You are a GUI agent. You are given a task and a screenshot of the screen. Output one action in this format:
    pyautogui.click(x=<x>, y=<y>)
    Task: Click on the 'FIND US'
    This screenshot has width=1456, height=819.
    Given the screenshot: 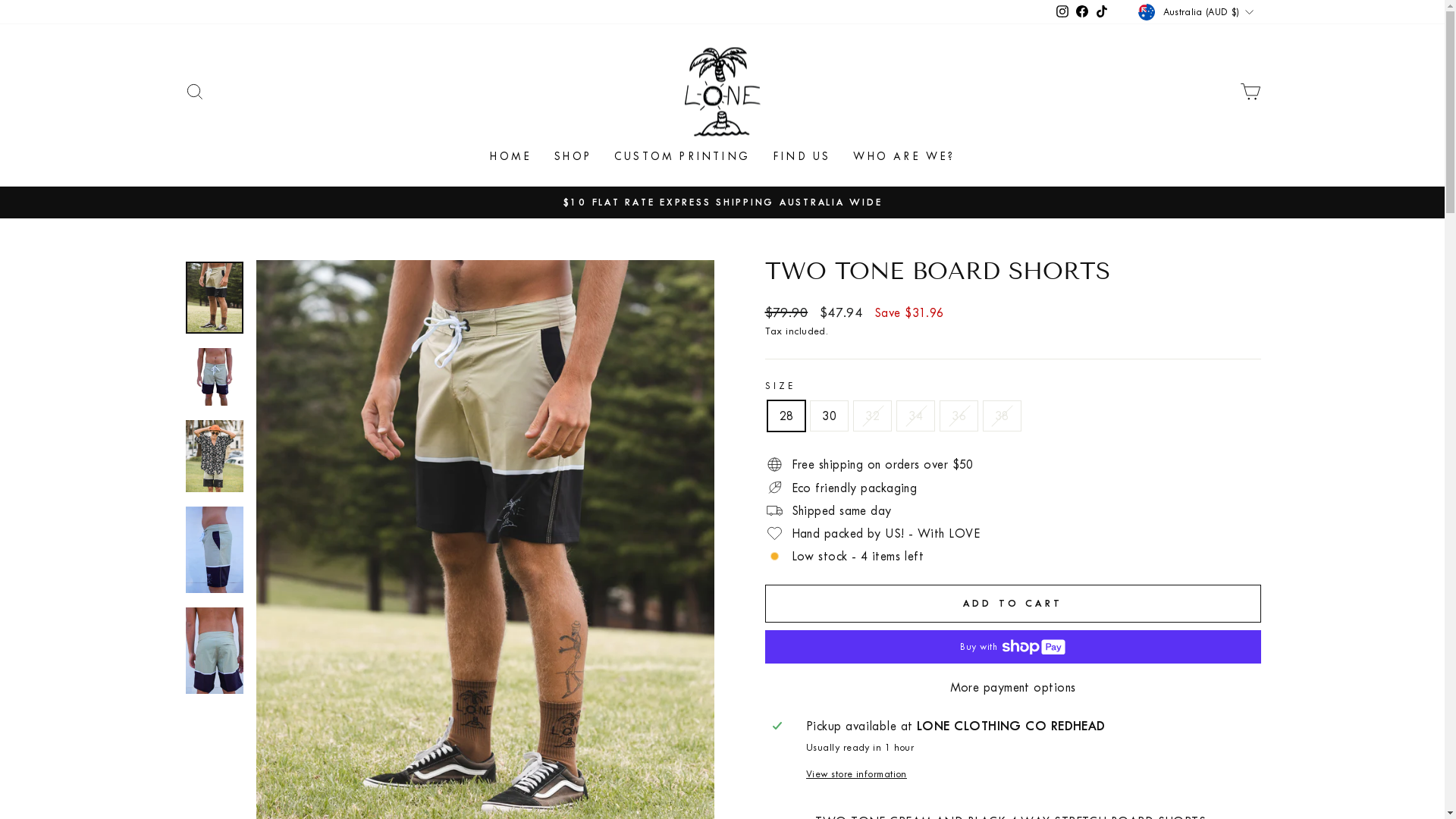 What is the action you would take?
    pyautogui.click(x=800, y=157)
    